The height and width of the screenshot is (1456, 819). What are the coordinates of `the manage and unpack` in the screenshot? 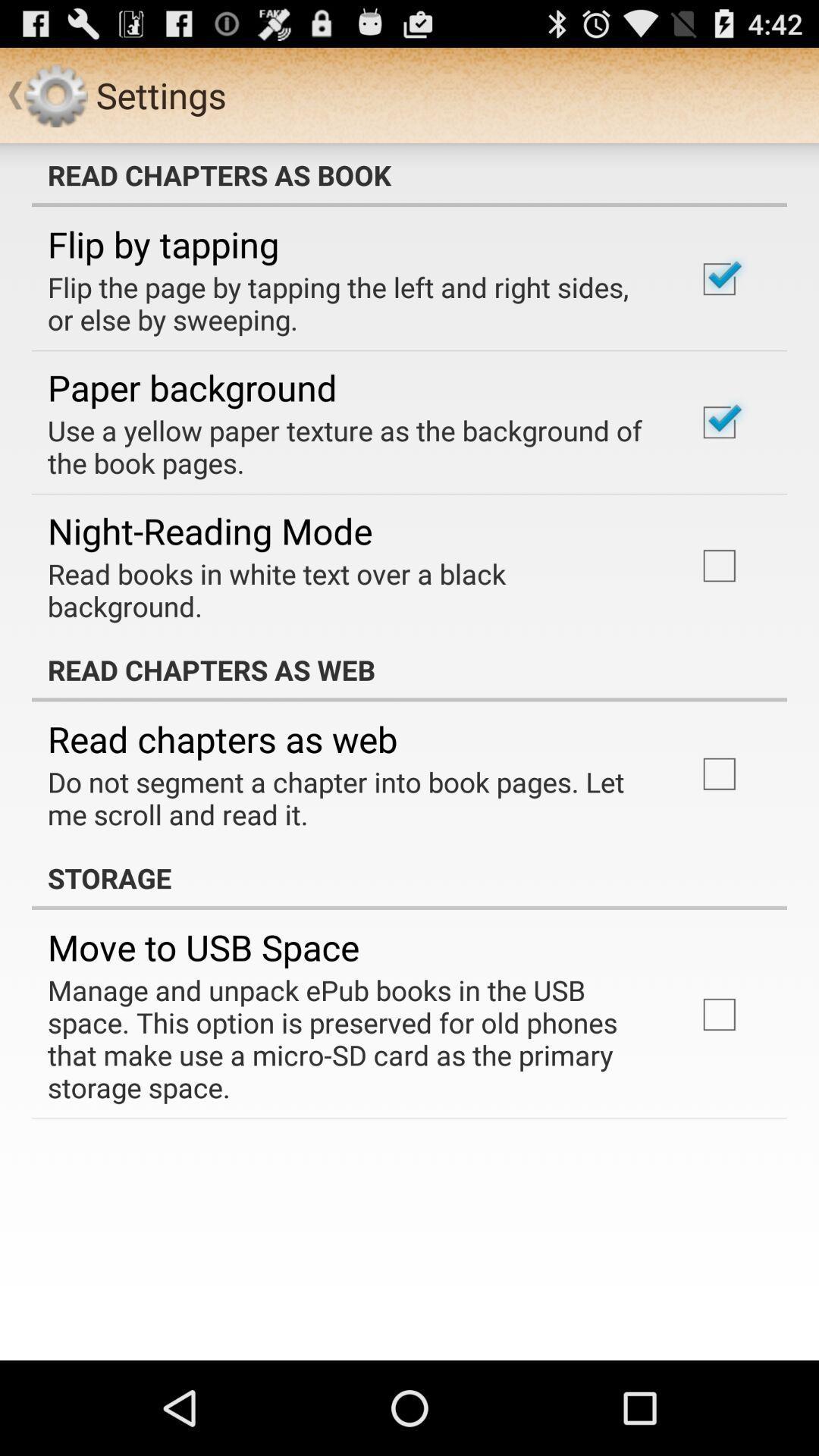 It's located at (351, 1037).